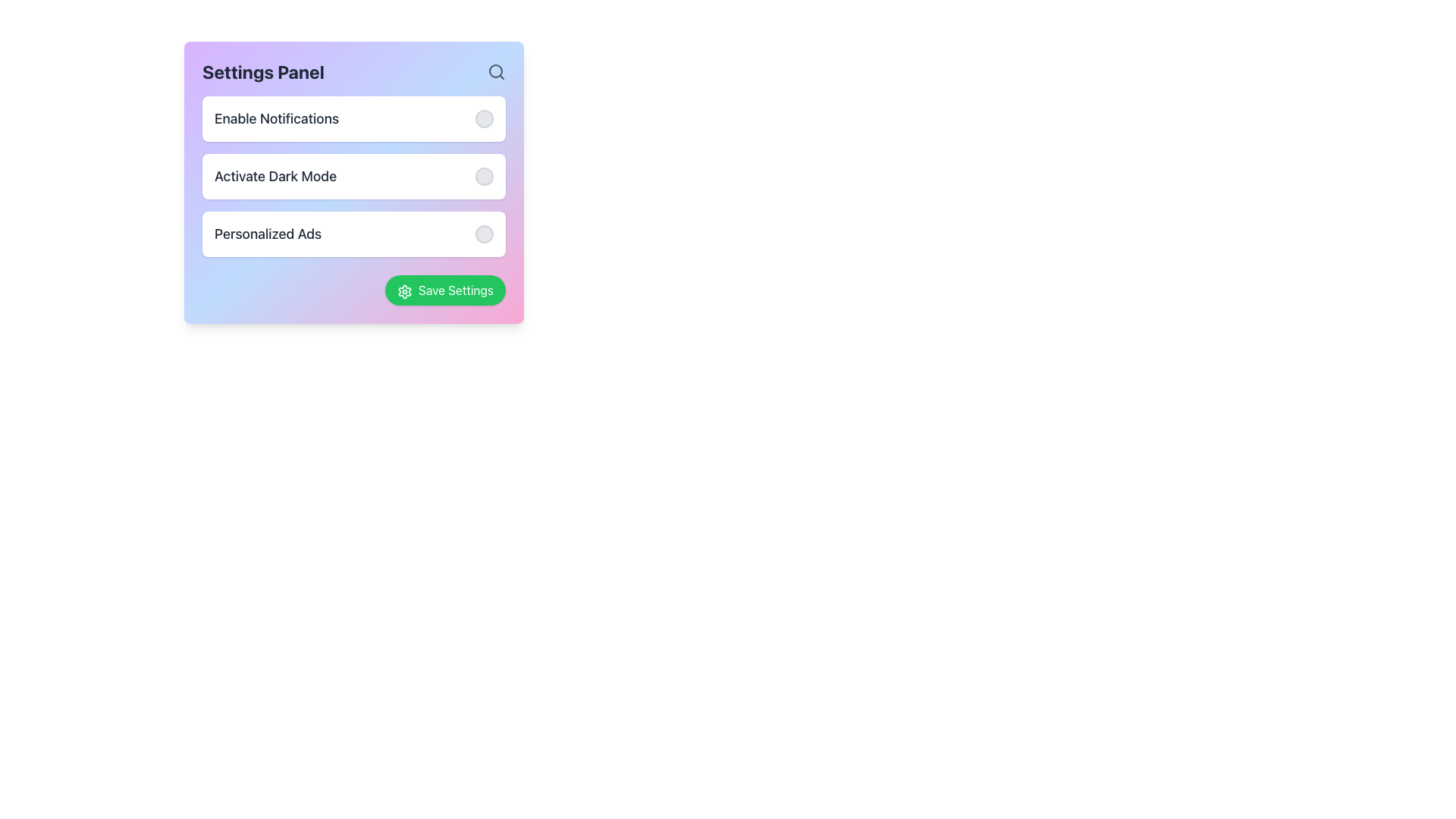 This screenshot has width=1456, height=819. What do you see at coordinates (444, 290) in the screenshot?
I see `the 'Save Settings' button located at the bottom-right of the settings panel` at bounding box center [444, 290].